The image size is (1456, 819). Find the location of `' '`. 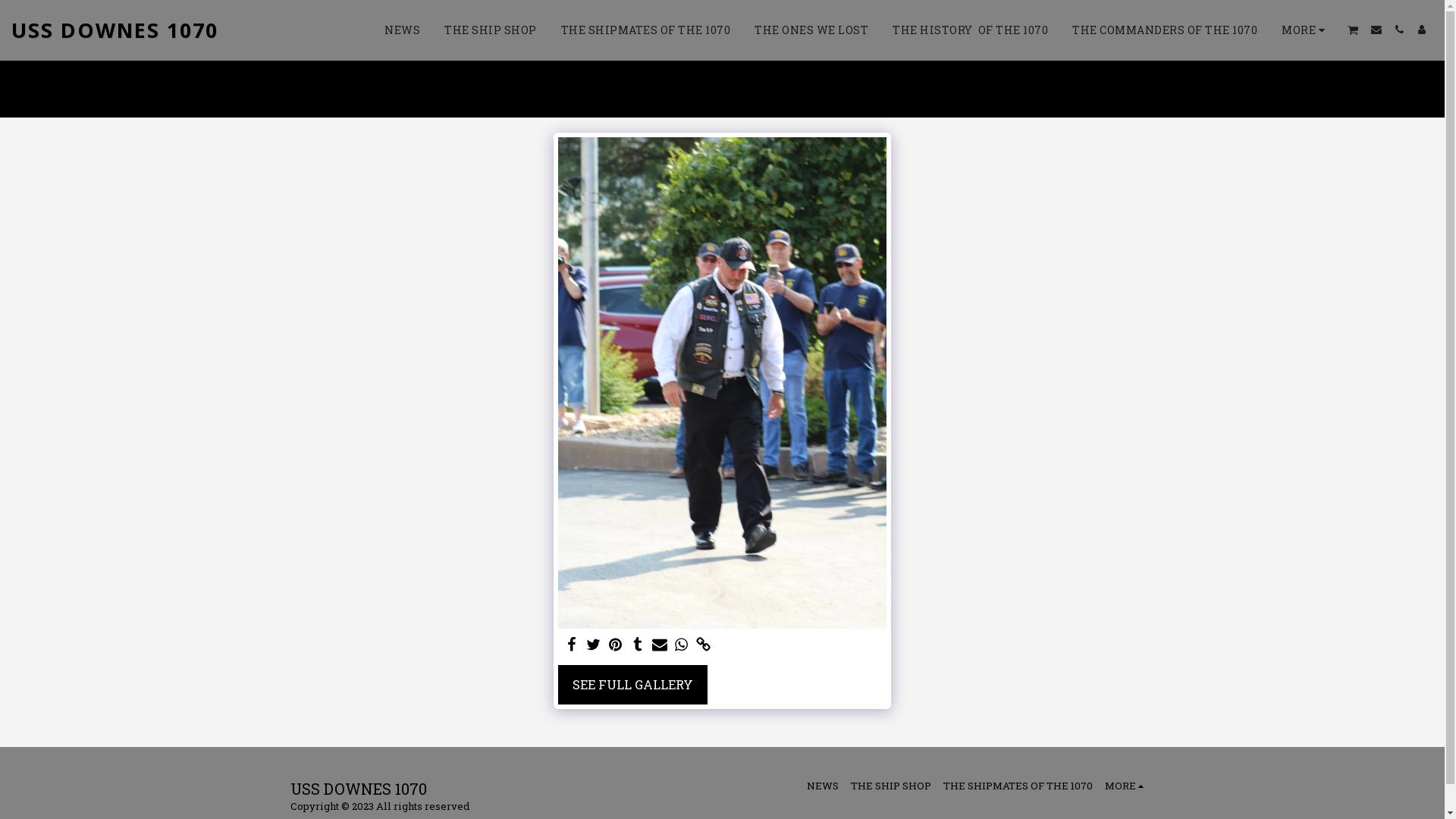

' ' is located at coordinates (637, 645).